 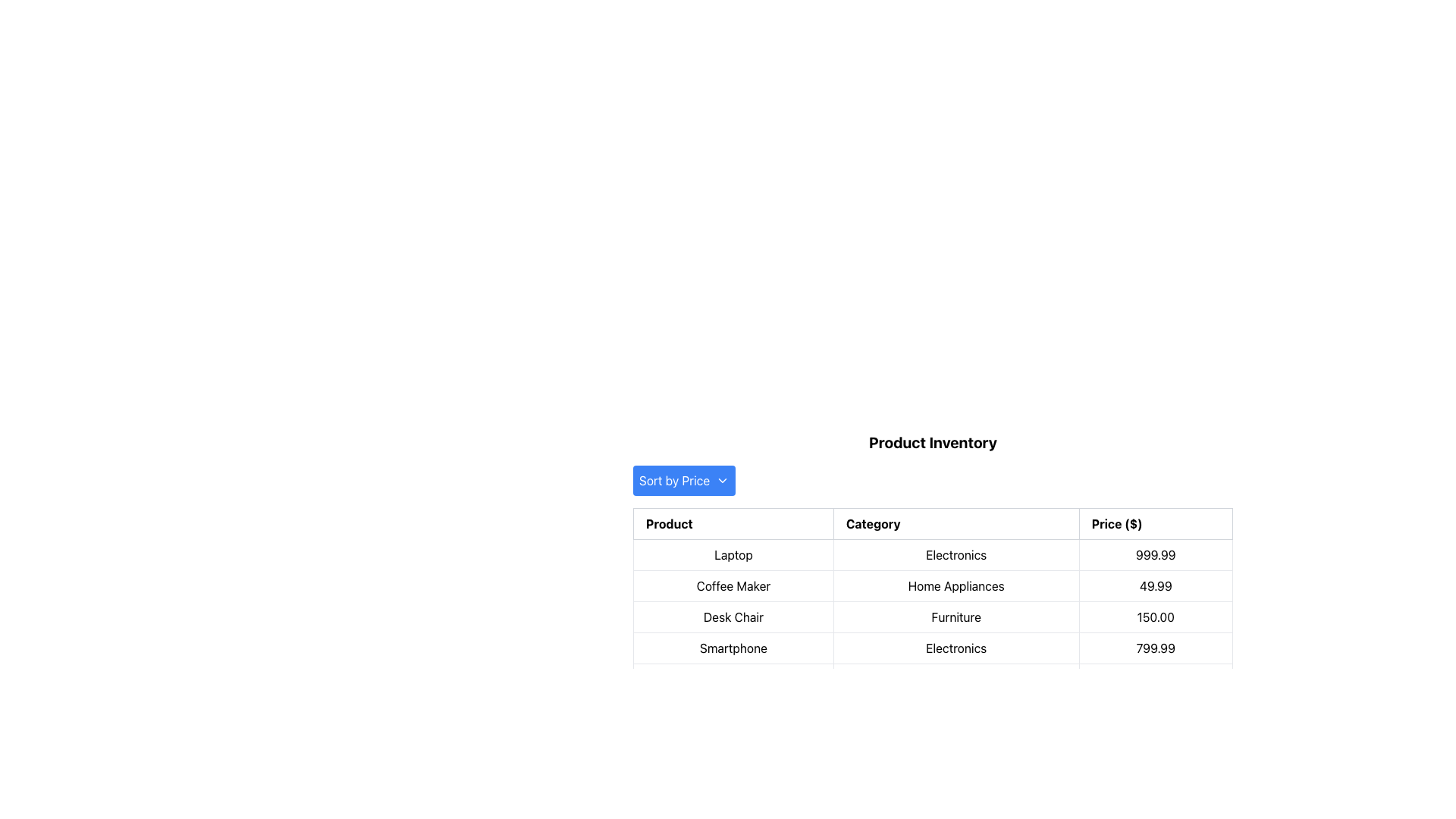 What do you see at coordinates (733, 648) in the screenshot?
I see `text displayed in the first table cell under the 'Product' column in the bottom-most row of the product inventory table, which shows the name 'Smartphone'` at bounding box center [733, 648].